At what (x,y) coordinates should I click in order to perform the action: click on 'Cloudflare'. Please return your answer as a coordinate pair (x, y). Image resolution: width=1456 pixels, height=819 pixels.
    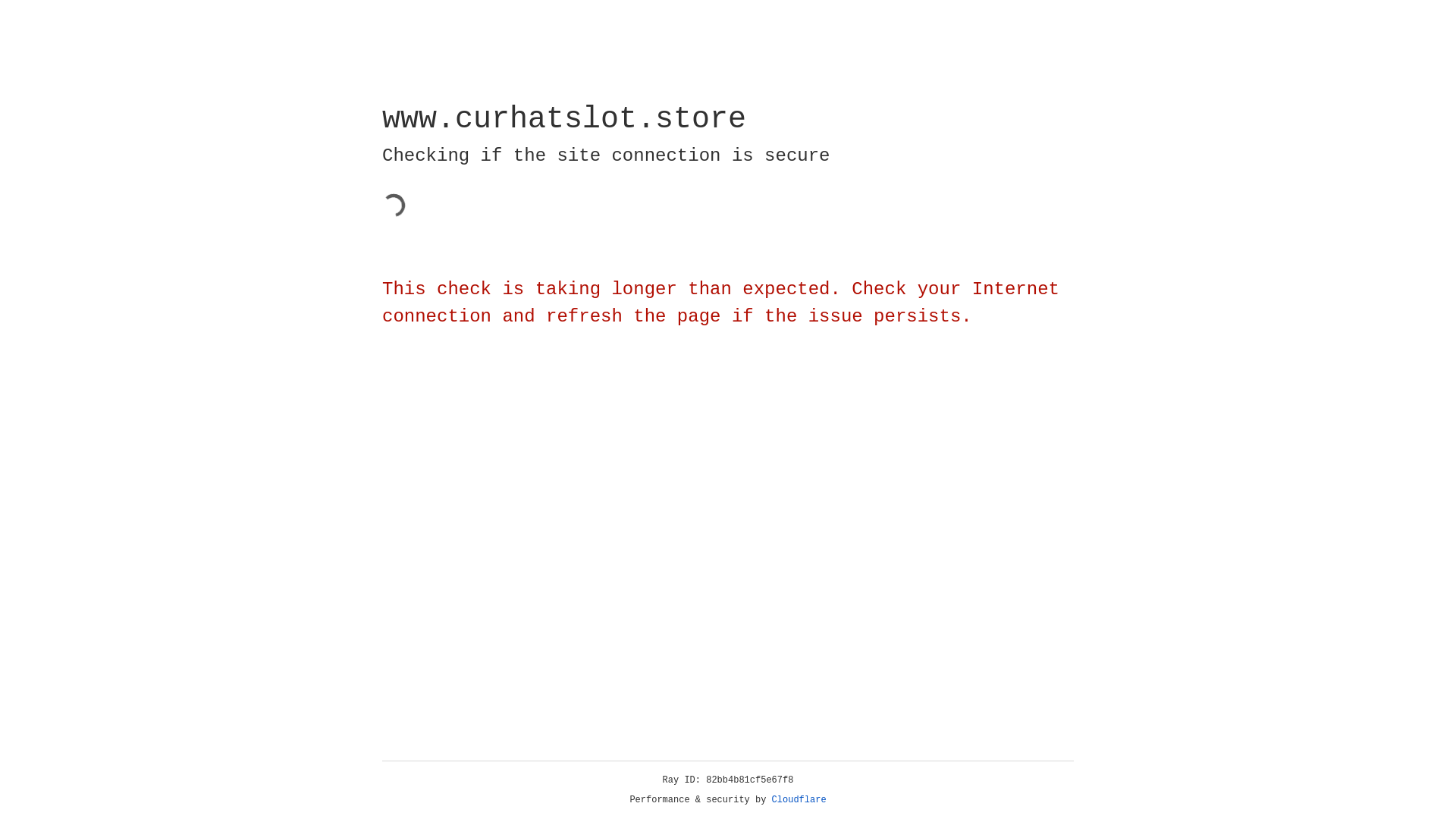
    Looking at the image, I should click on (771, 799).